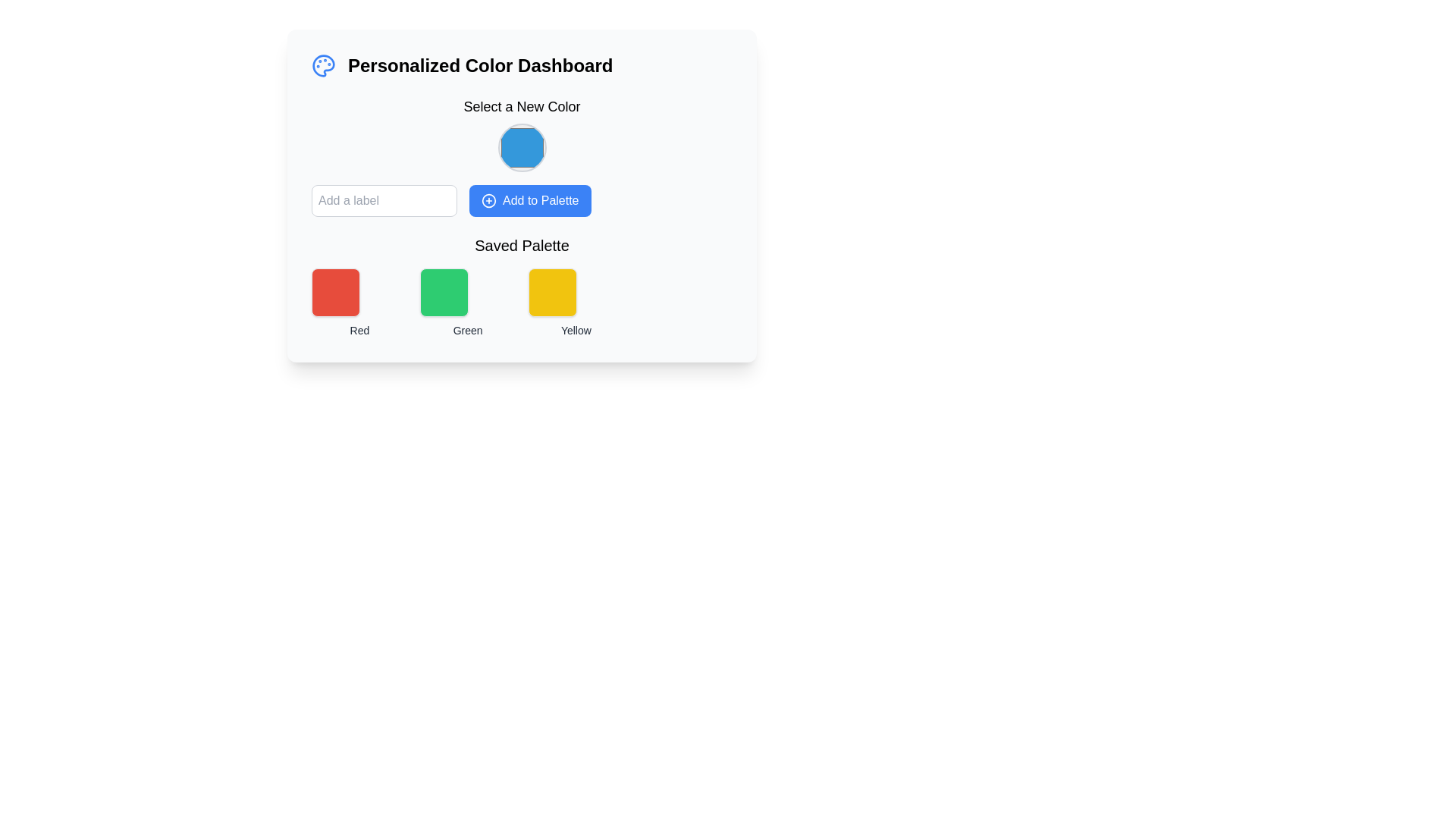 The height and width of the screenshot is (819, 1456). Describe the element at coordinates (467, 303) in the screenshot. I see `the green rectangular interactive box labeled 'Green'` at that location.